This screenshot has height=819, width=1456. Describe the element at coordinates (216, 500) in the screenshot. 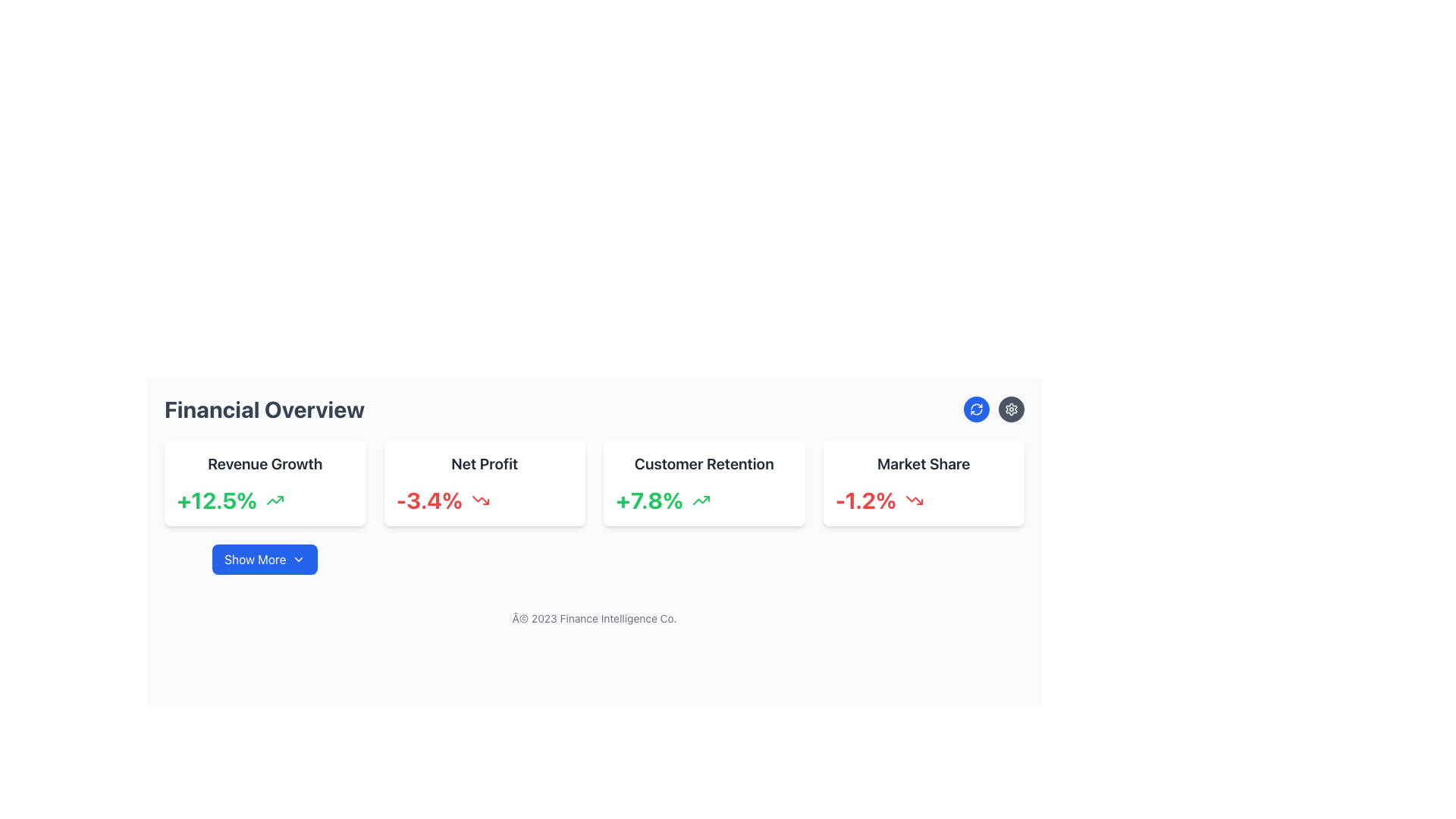

I see `the text display indicating a 12.5% increase in revenue located in the top-left section of the 'Revenue Growth' card in the Financial Overview dashboard` at that location.